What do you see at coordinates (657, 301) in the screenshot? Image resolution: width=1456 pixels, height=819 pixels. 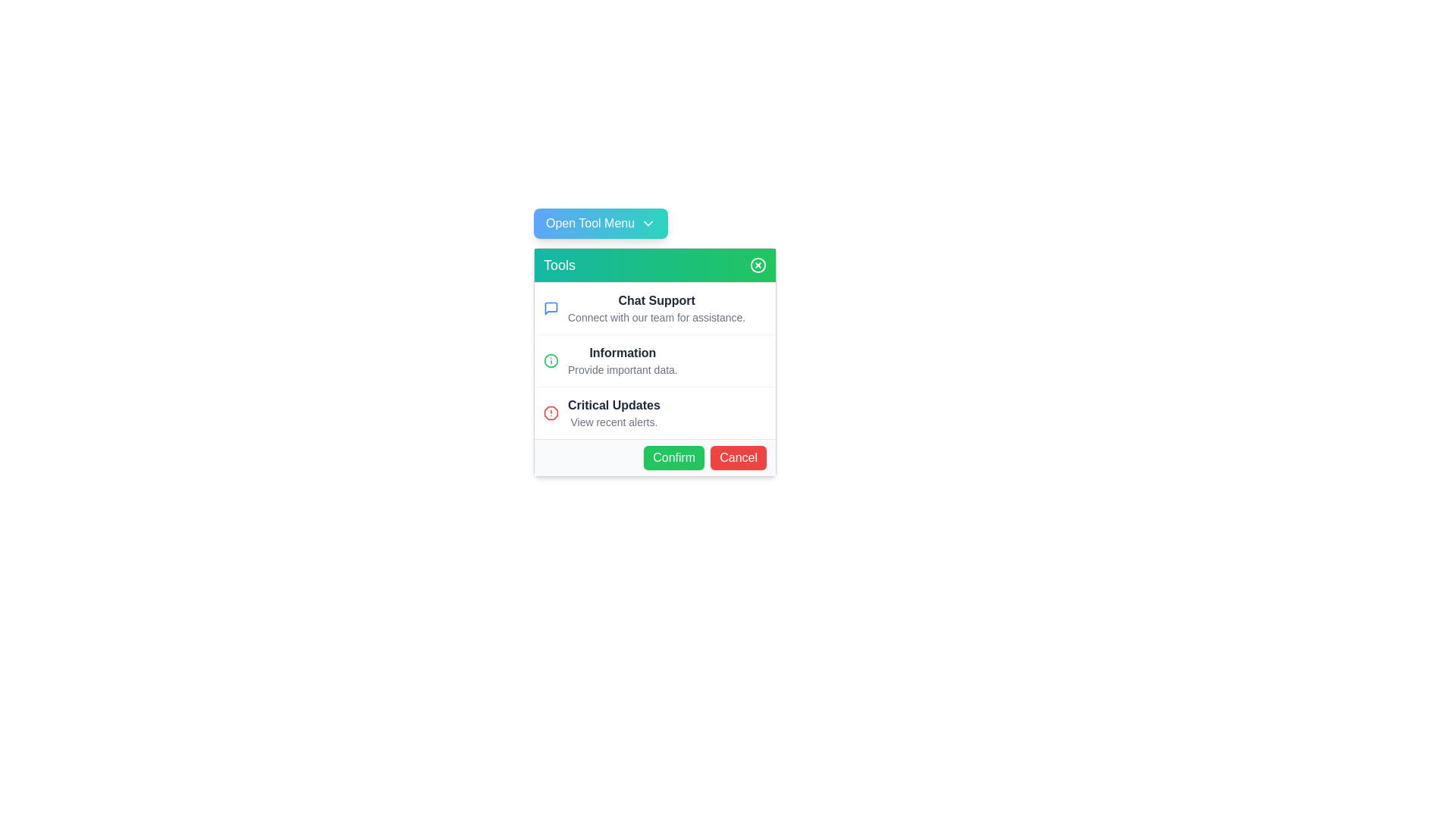 I see `the bold, dark gray text label displaying 'Chat Support' located at the top of the 'Tools' dialog box` at bounding box center [657, 301].